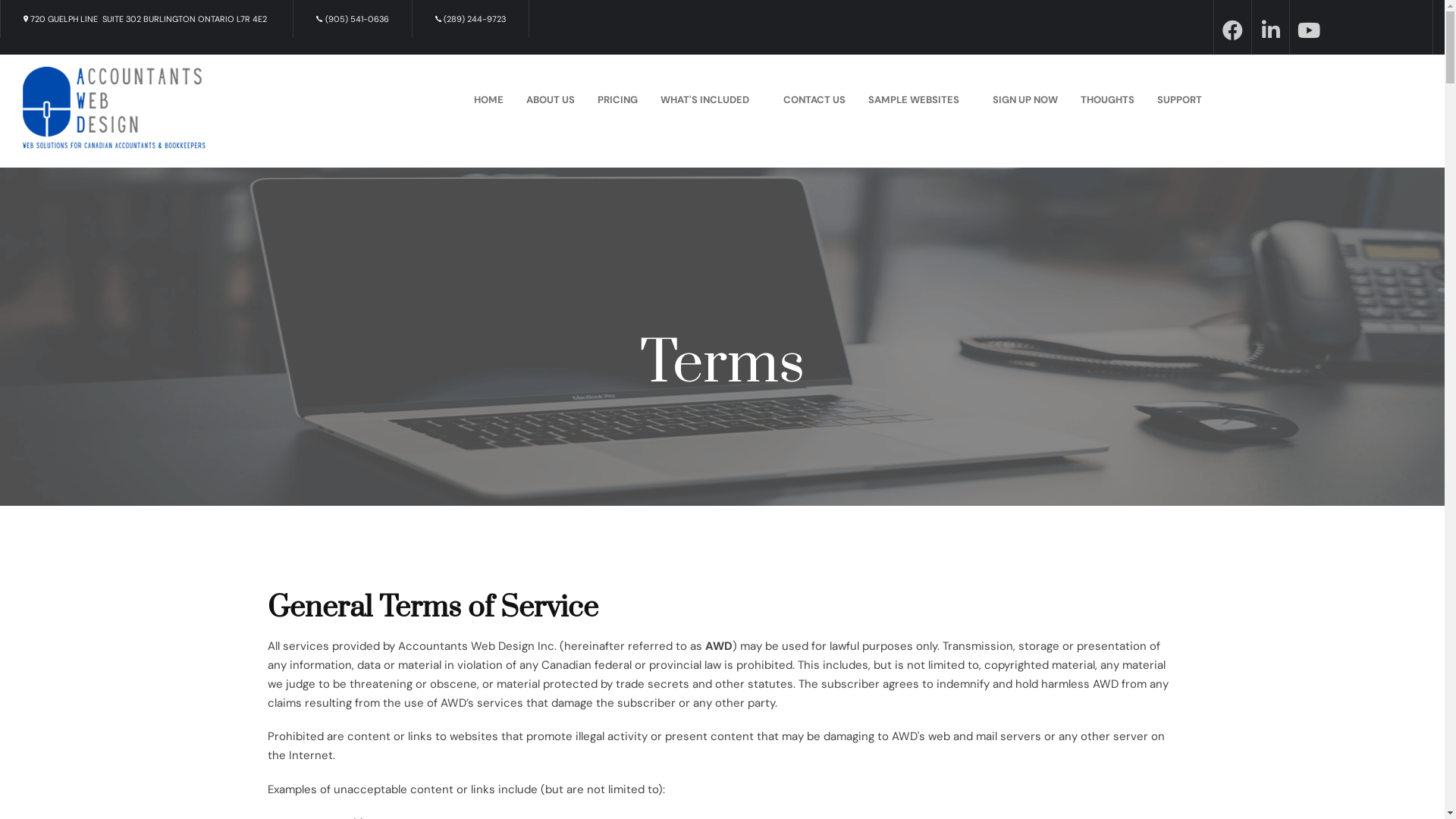 The height and width of the screenshot is (819, 1456). Describe the element at coordinates (1308, 30) in the screenshot. I see `'youtube'` at that location.